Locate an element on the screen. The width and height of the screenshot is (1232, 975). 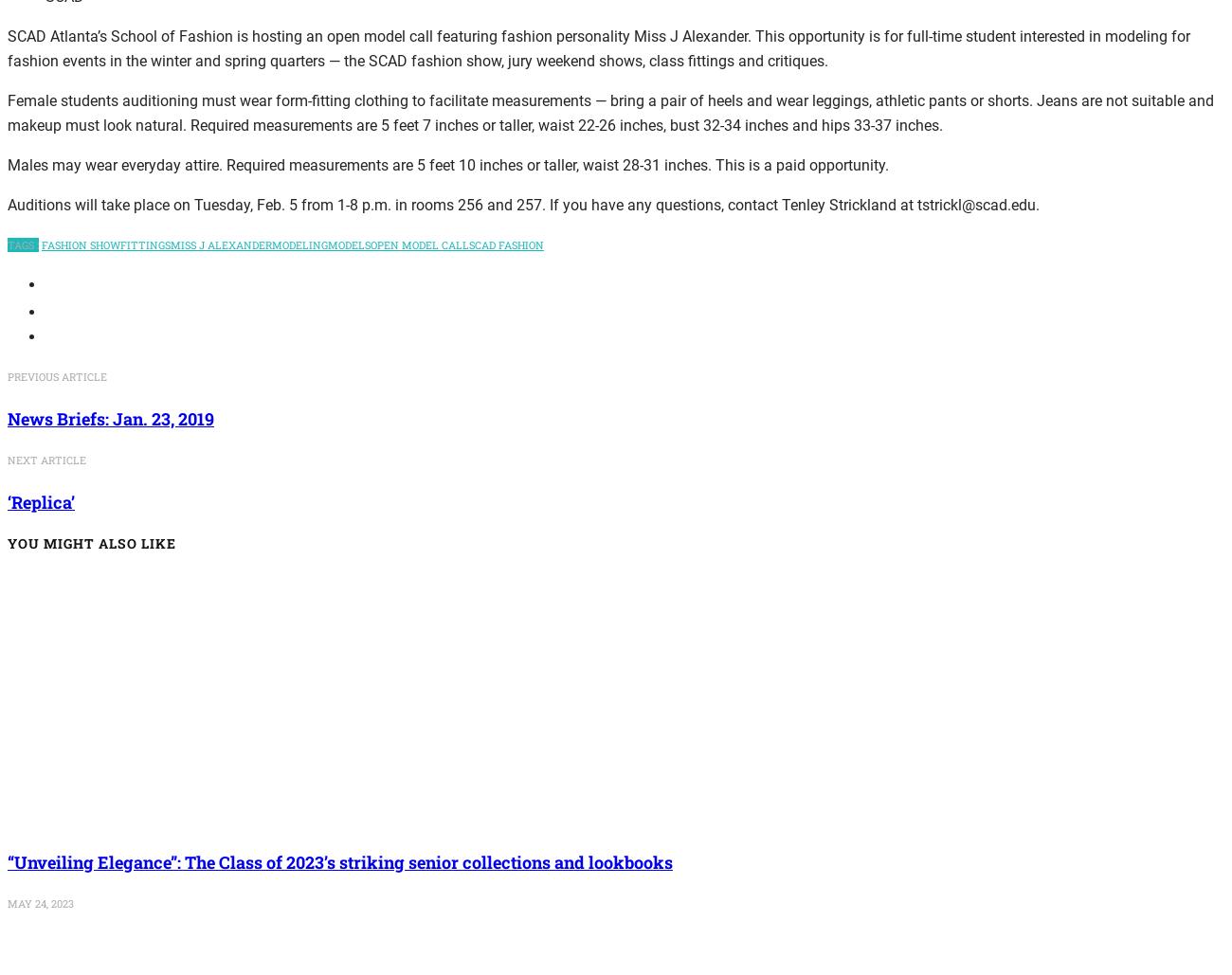
'next article' is located at coordinates (45, 459).